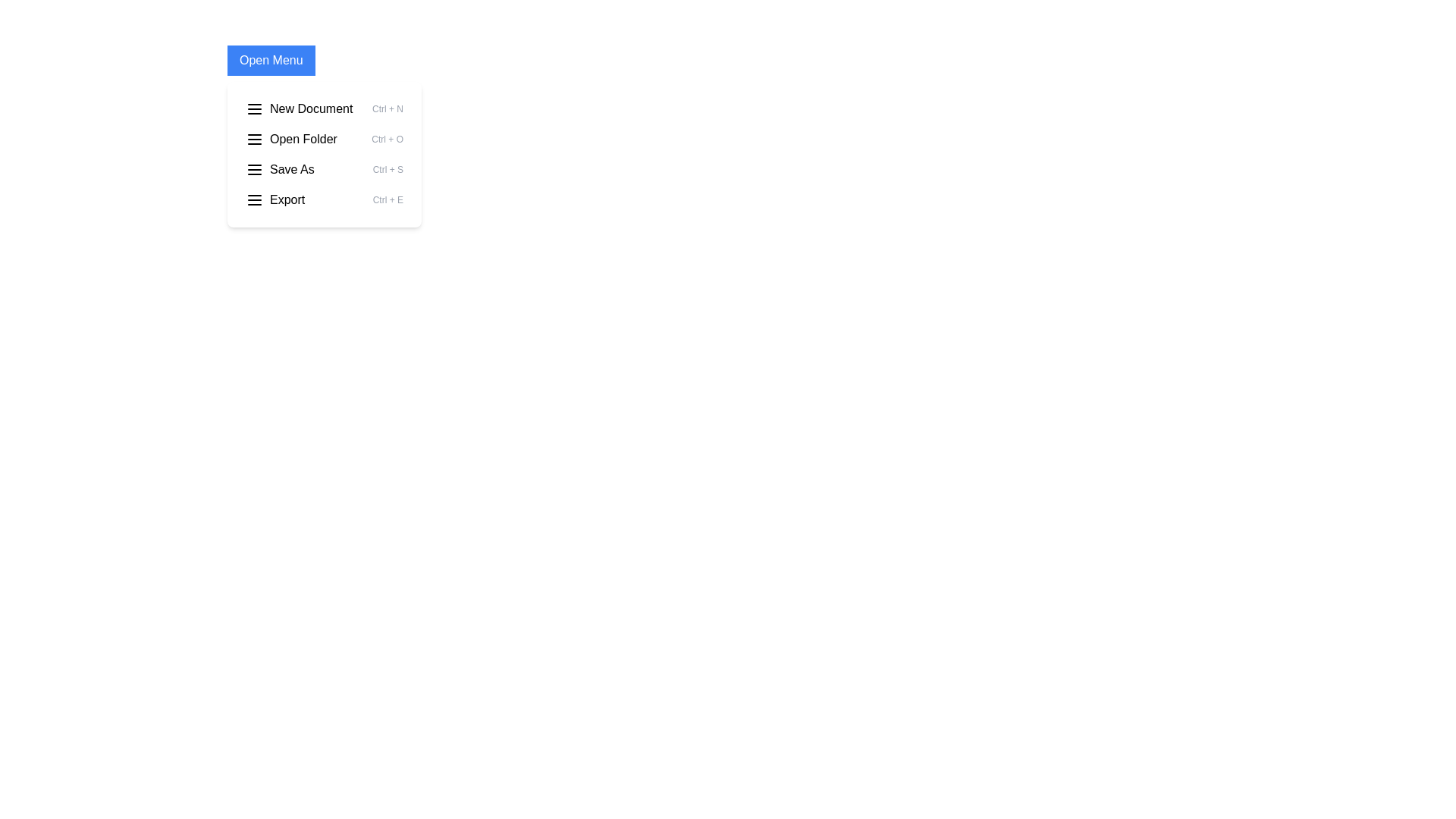  I want to click on the 'Save As' text label in the menu list, which is the third item positioned below 'Open Folder' and above 'Export', so click(292, 169).